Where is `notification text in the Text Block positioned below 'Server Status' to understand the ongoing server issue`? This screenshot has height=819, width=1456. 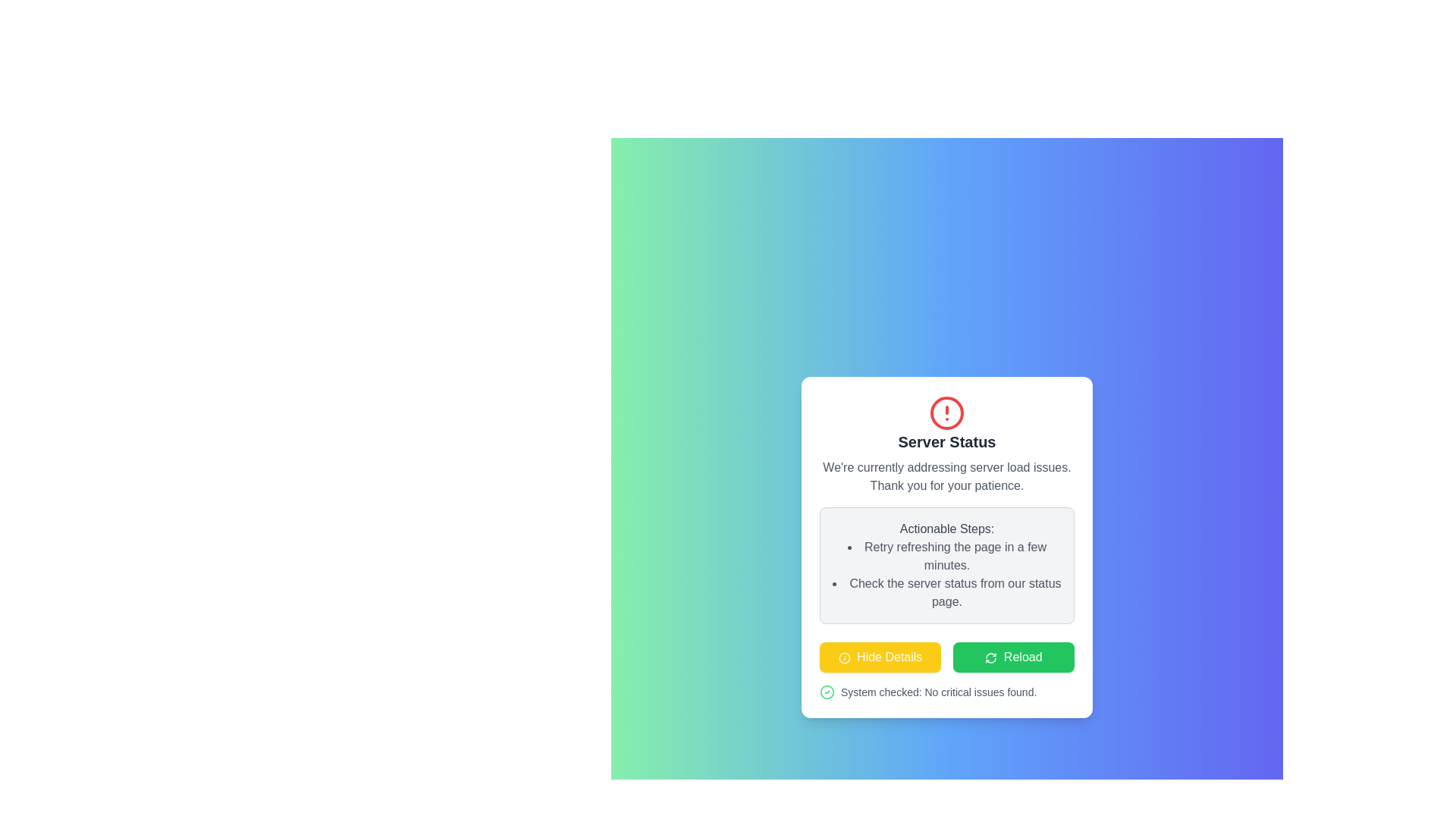
notification text in the Text Block positioned below 'Server Status' to understand the ongoing server issue is located at coordinates (946, 475).